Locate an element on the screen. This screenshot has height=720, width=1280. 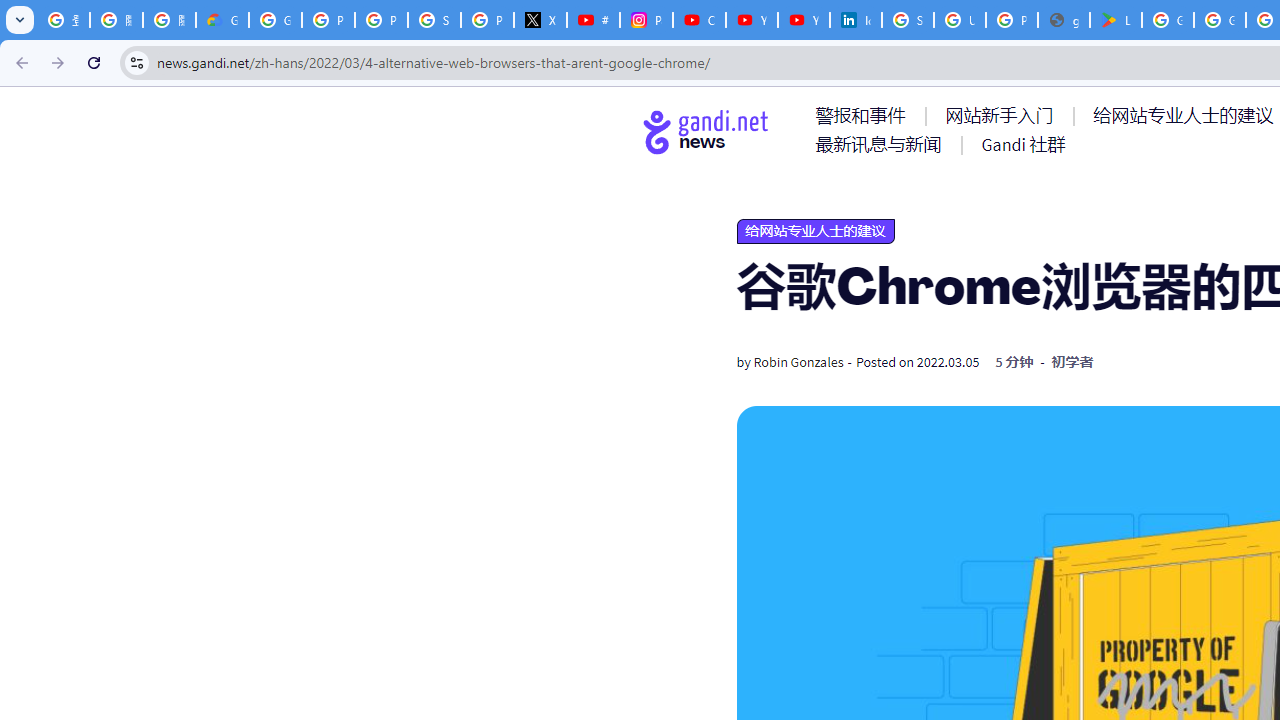
'Privacy Help Center - Policies Help' is located at coordinates (328, 20).